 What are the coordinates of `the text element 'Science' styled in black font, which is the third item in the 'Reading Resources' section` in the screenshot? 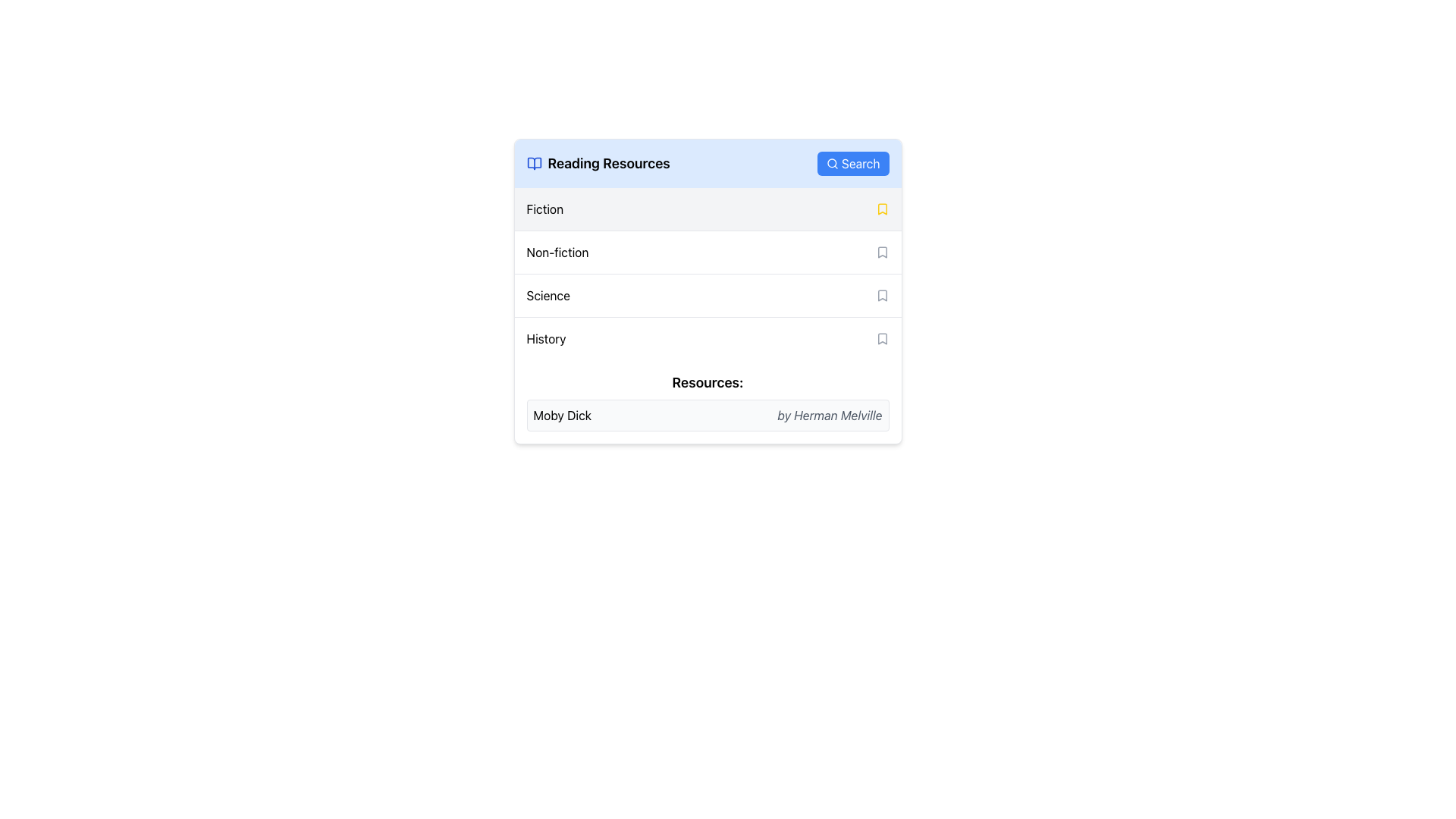 It's located at (548, 295).